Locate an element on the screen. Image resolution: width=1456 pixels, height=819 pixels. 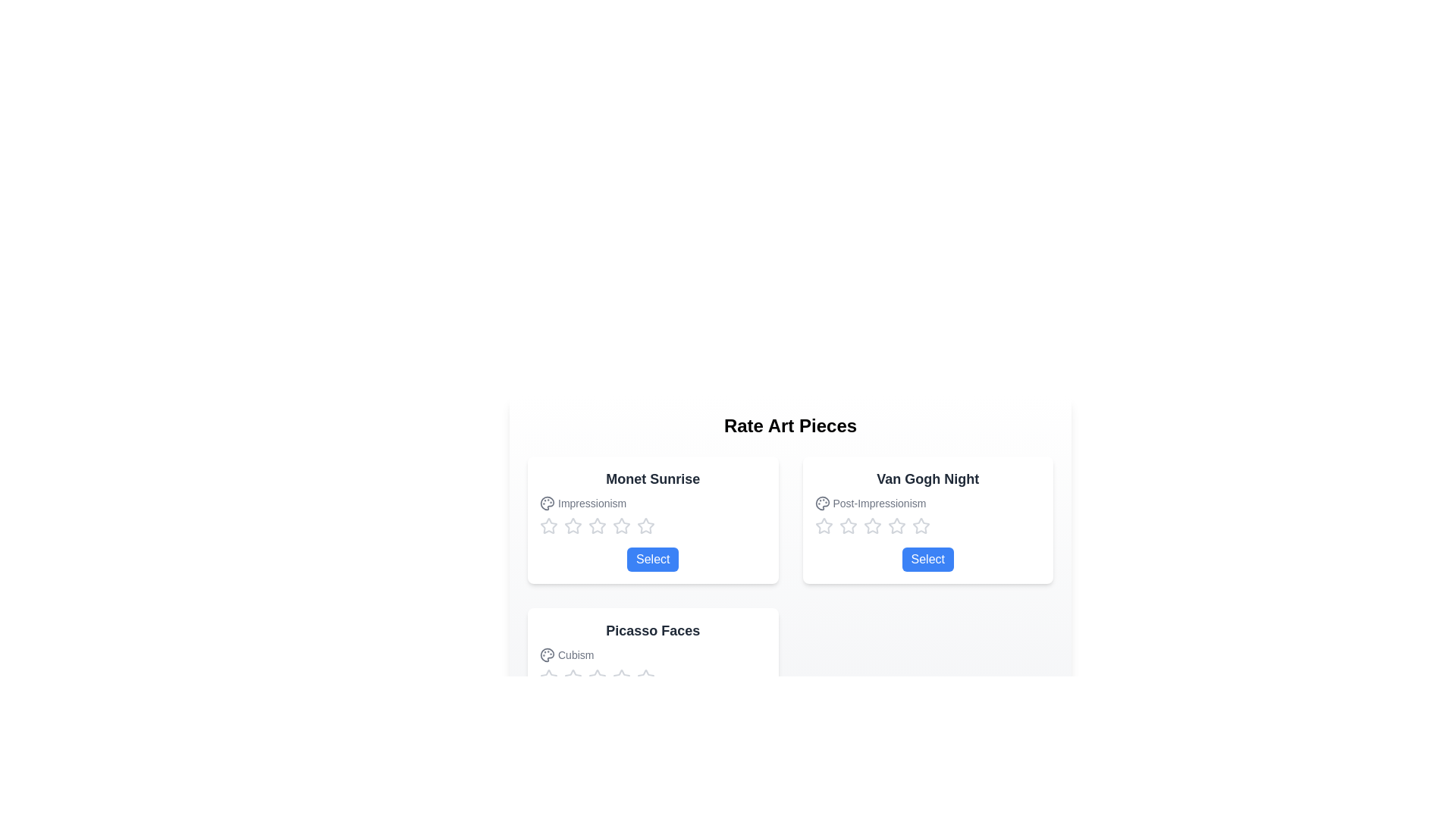
the second star icon used for rating in the 'Rate Art Pieces' section beneath the 'Van Gogh Night' card is located at coordinates (872, 525).